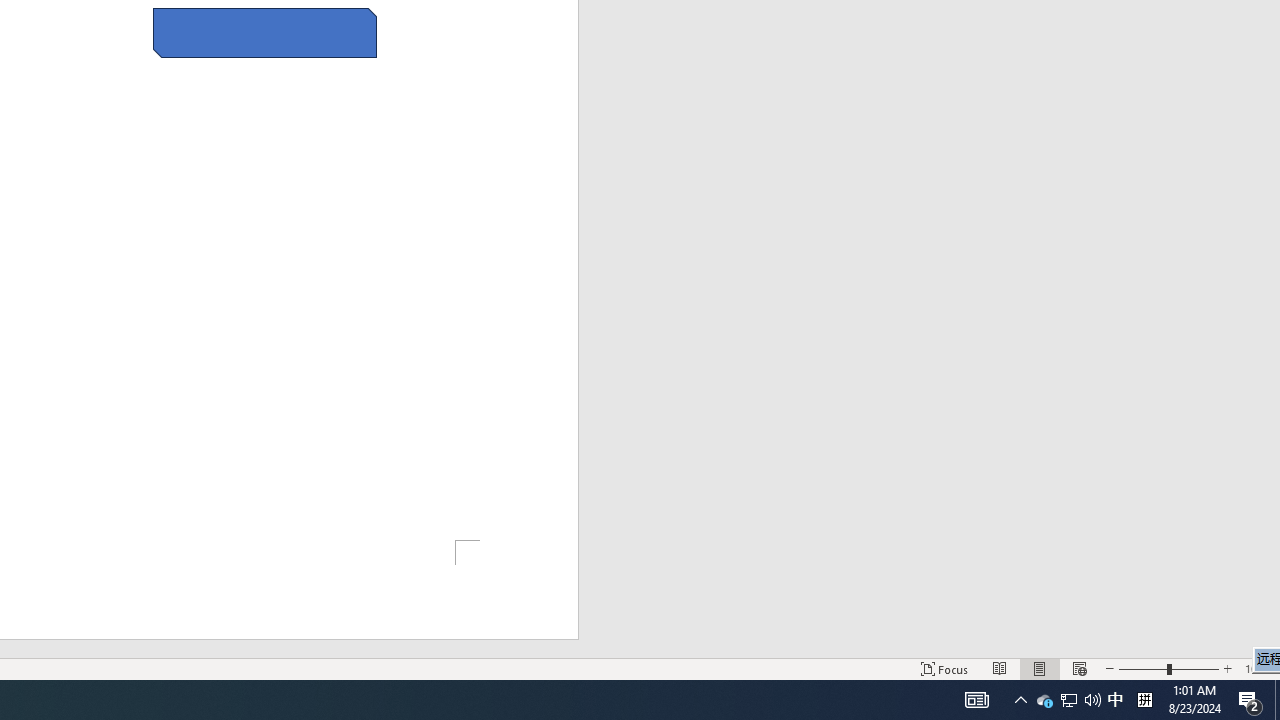  Describe the element at coordinates (1040, 669) in the screenshot. I see `'Print Layout'` at that location.